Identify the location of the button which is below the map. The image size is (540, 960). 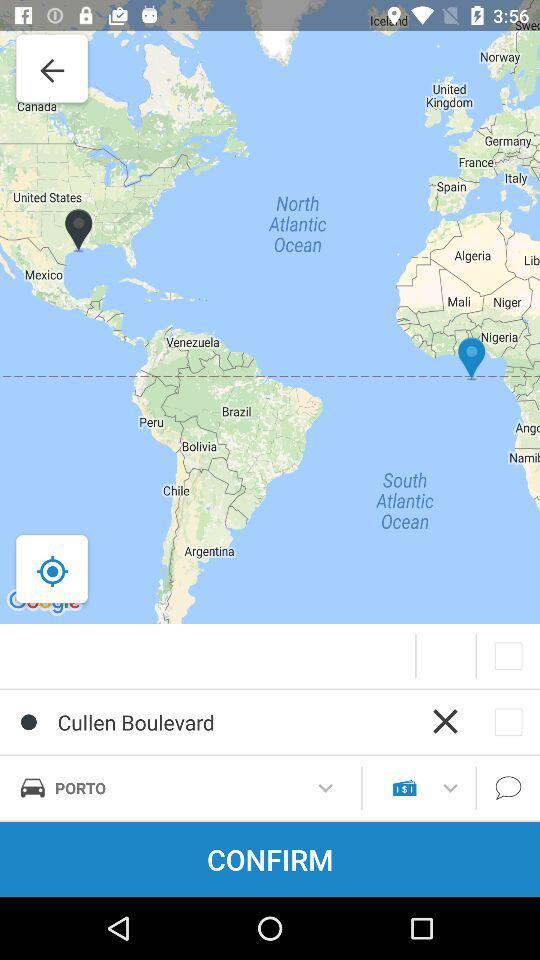
(508, 655).